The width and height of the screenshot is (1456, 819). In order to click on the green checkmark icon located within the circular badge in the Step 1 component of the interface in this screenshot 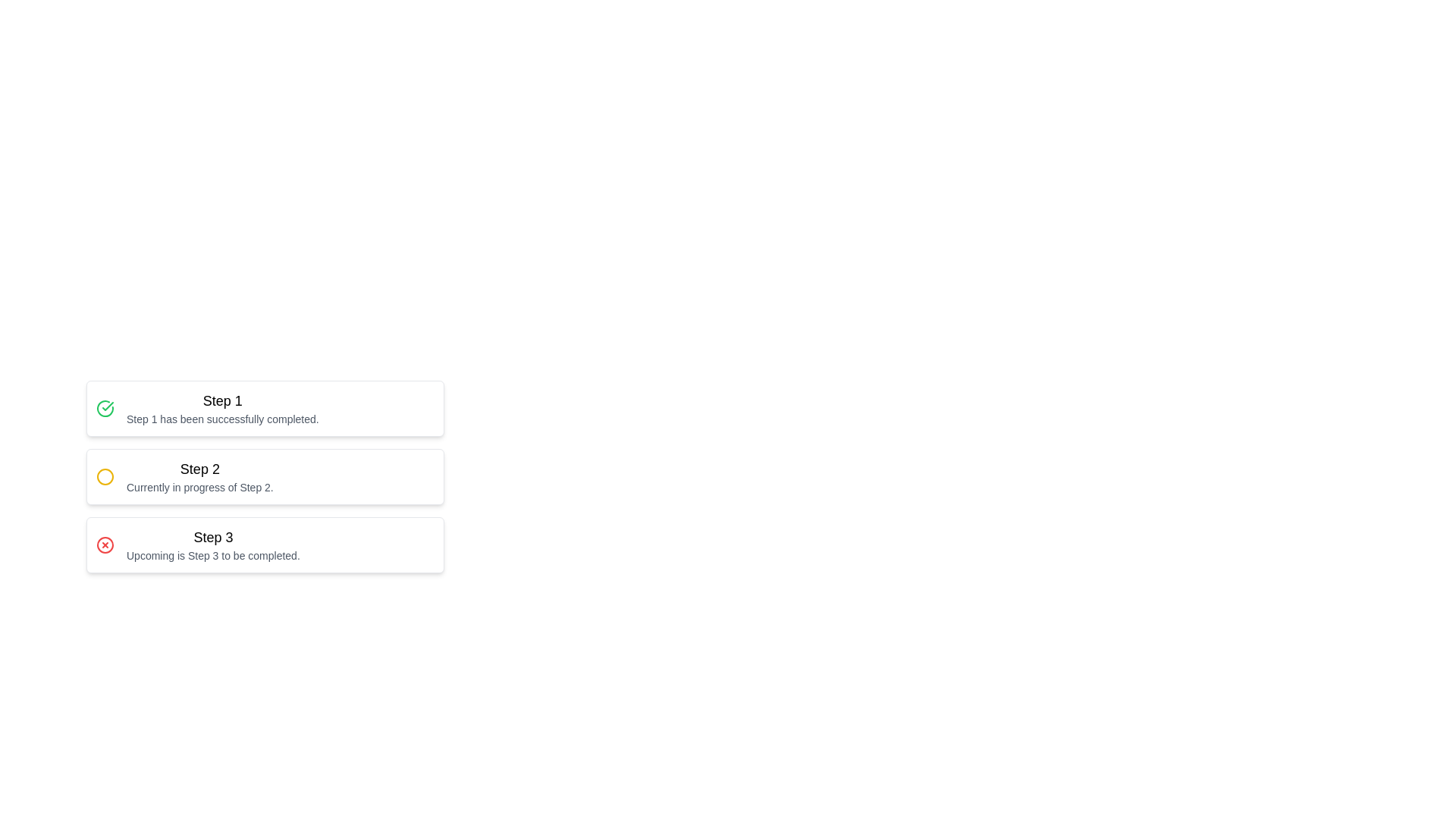, I will do `click(107, 406)`.